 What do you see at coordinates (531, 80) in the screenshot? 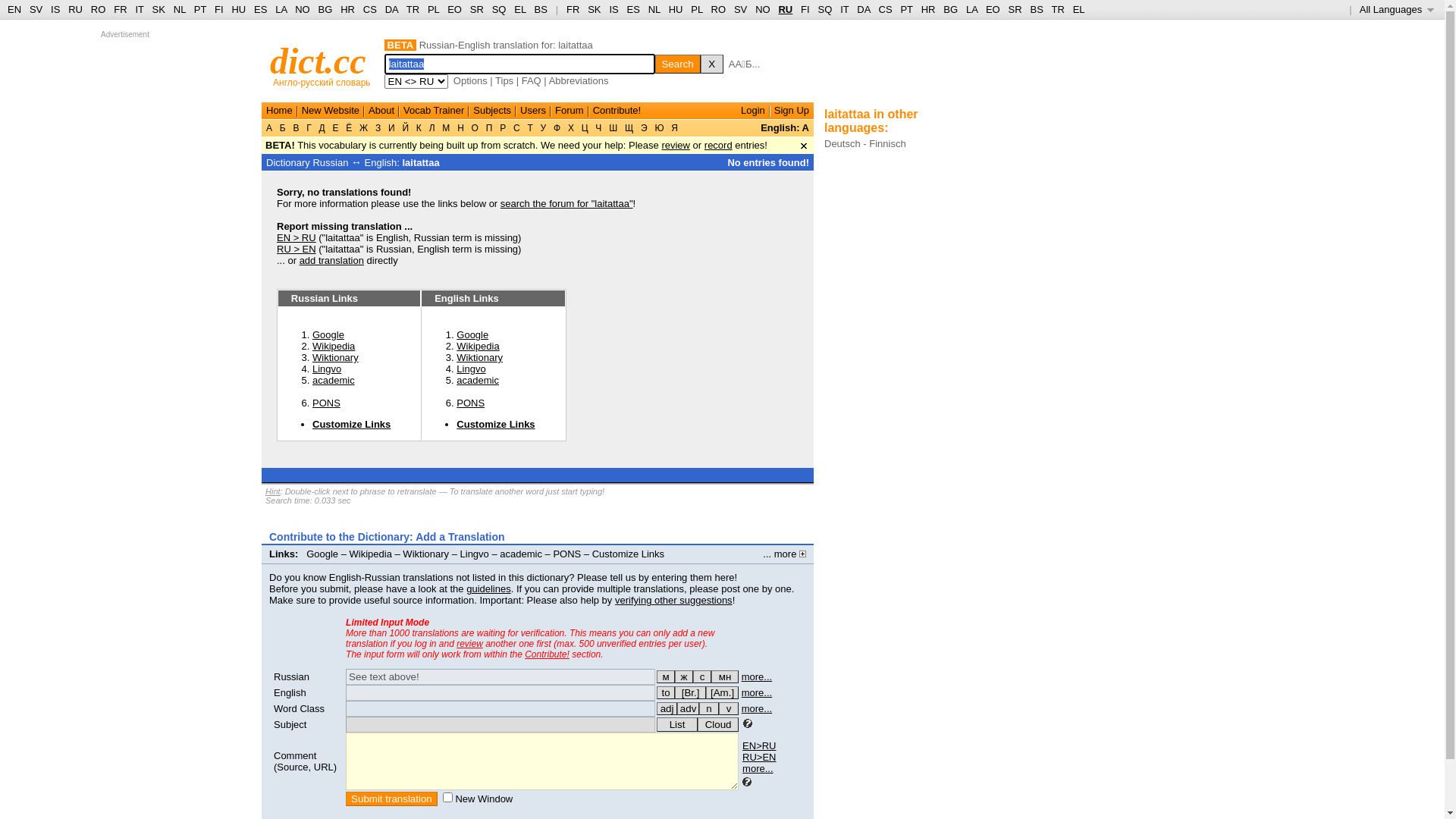
I see `'FAQ'` at bounding box center [531, 80].